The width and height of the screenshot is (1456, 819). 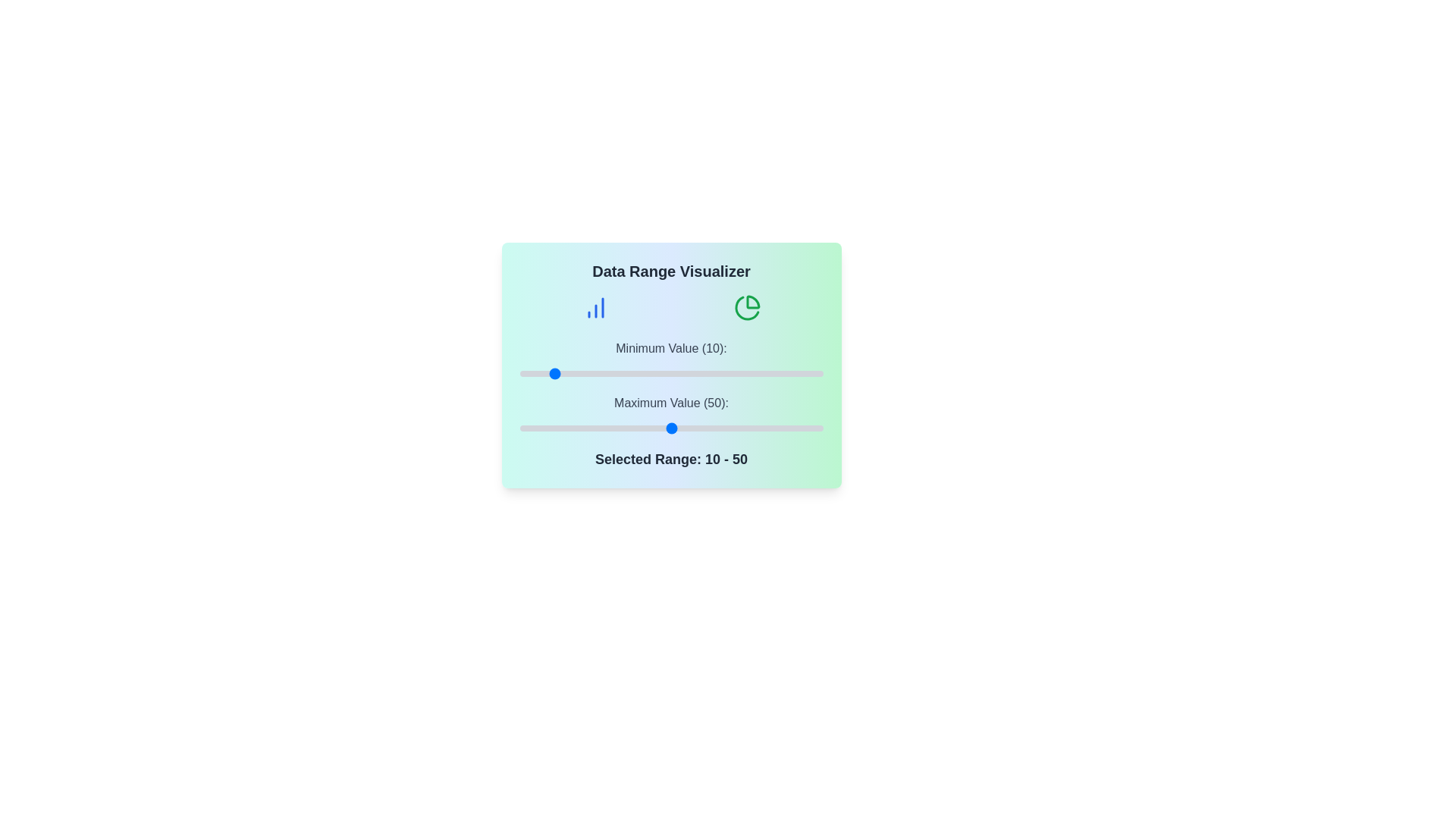 What do you see at coordinates (647, 374) in the screenshot?
I see `the minimum value slider to 42` at bounding box center [647, 374].